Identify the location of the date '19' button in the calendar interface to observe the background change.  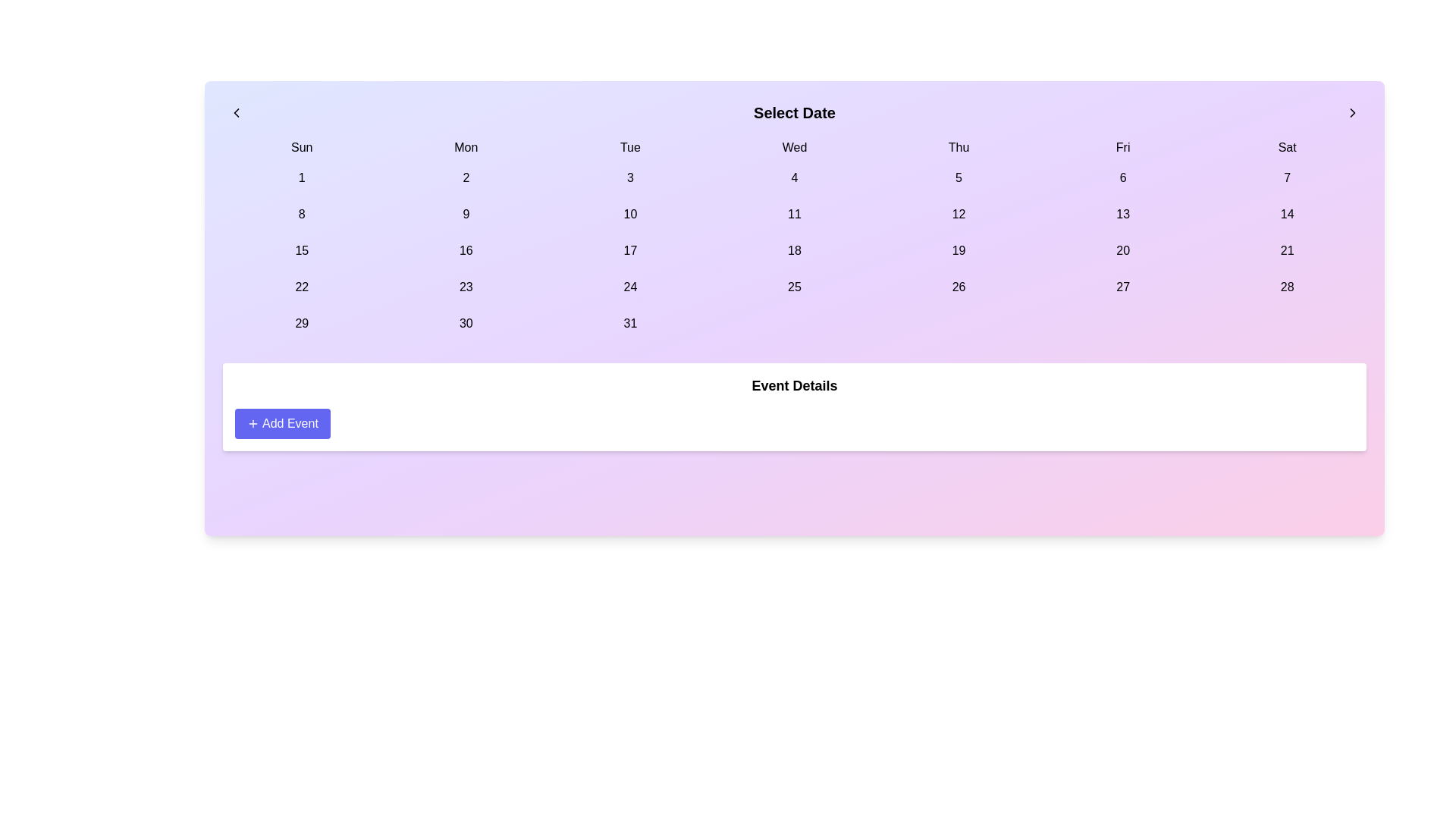
(958, 250).